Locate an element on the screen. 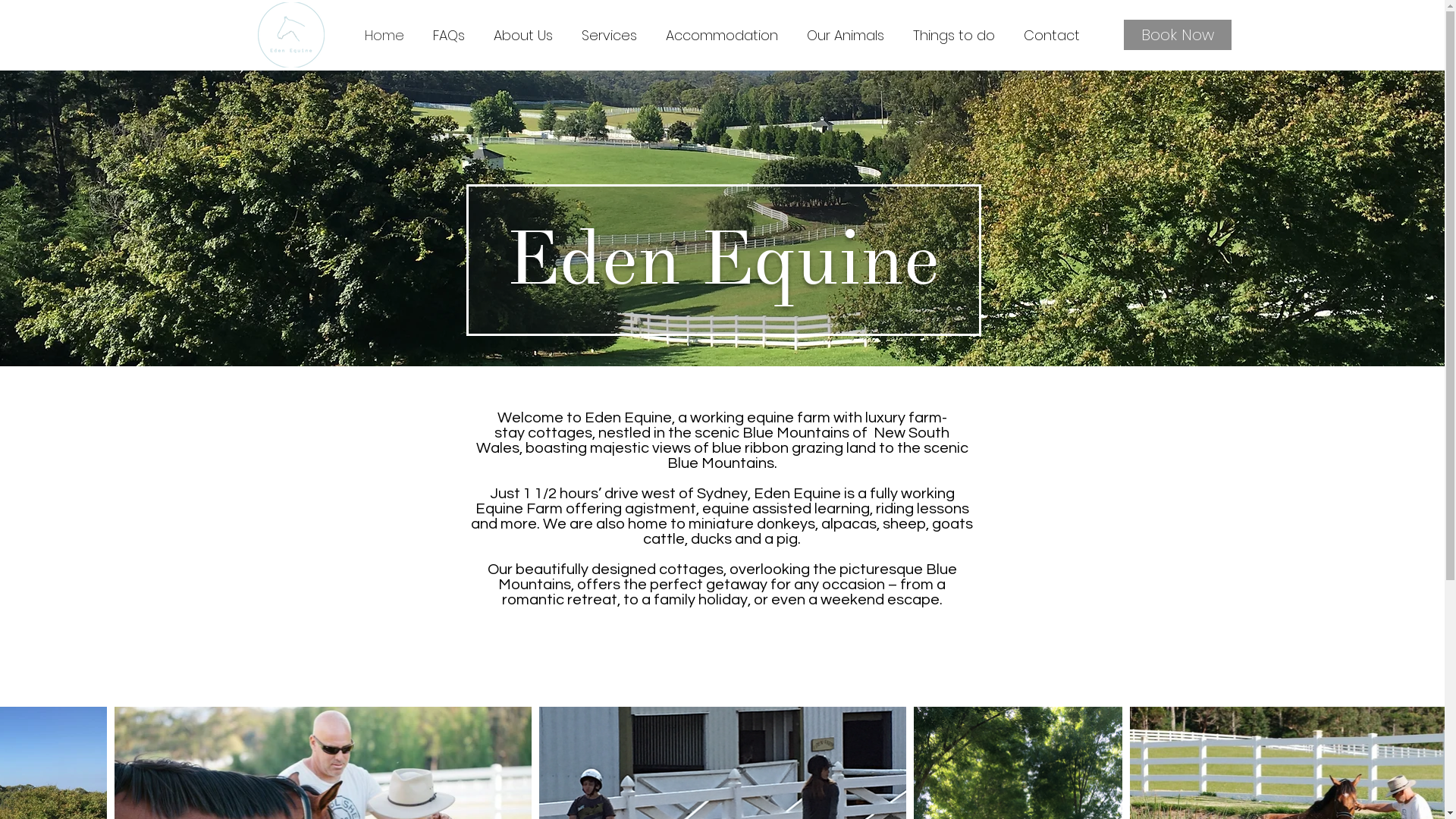  'Home' is located at coordinates (384, 34).